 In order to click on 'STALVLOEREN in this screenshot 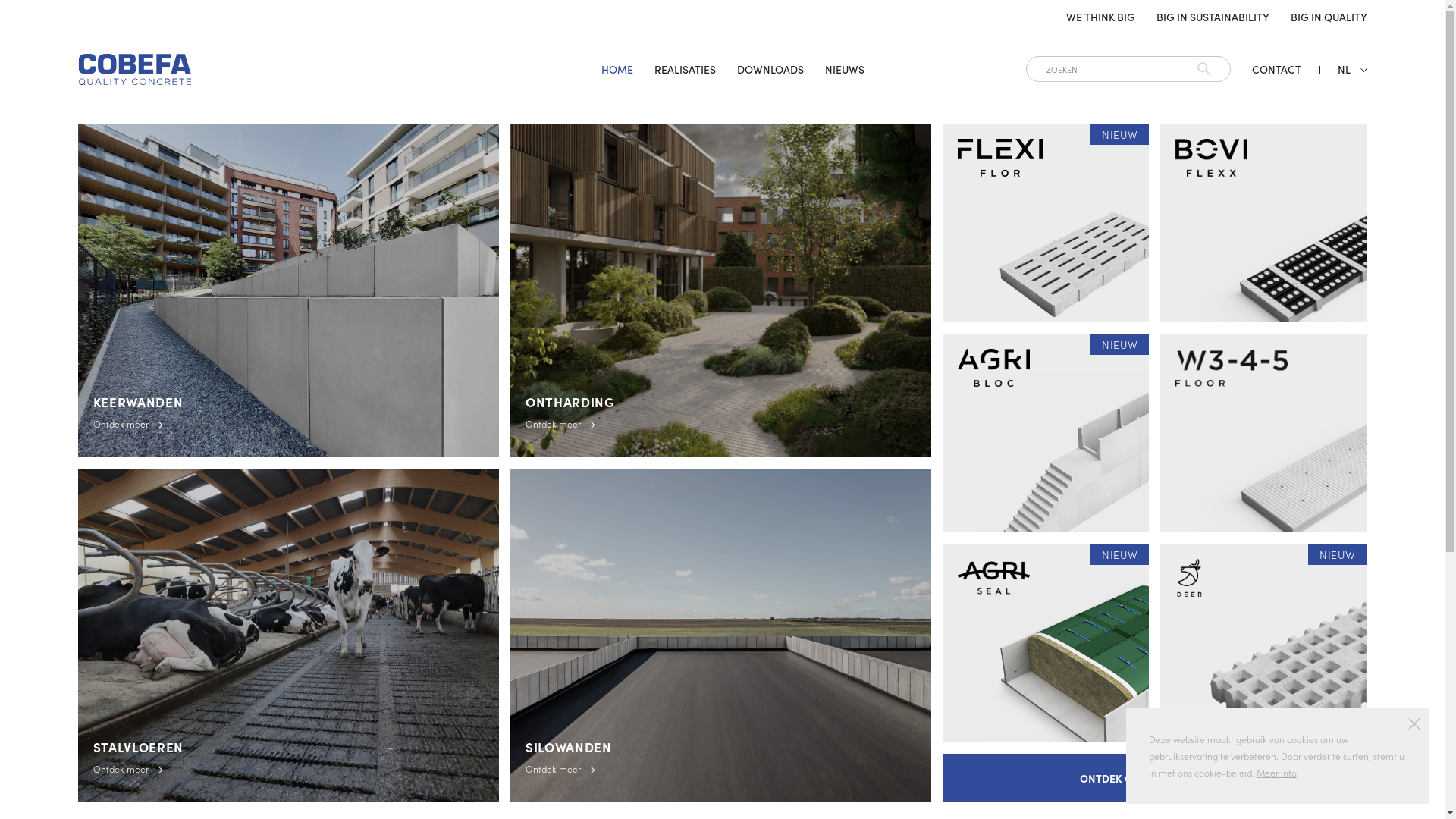, I will do `click(287, 635)`.